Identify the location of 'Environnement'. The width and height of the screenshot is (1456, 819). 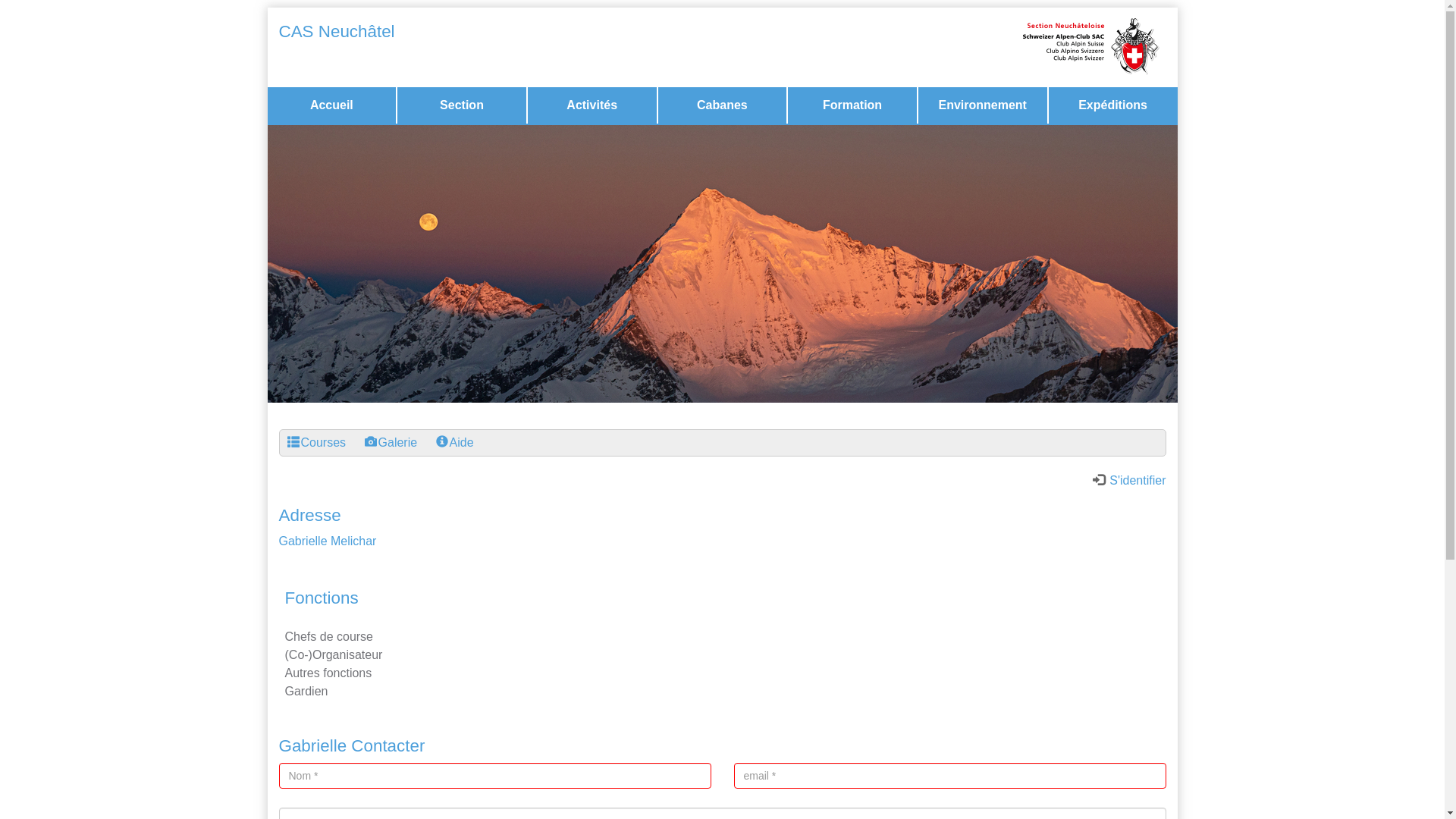
(983, 104).